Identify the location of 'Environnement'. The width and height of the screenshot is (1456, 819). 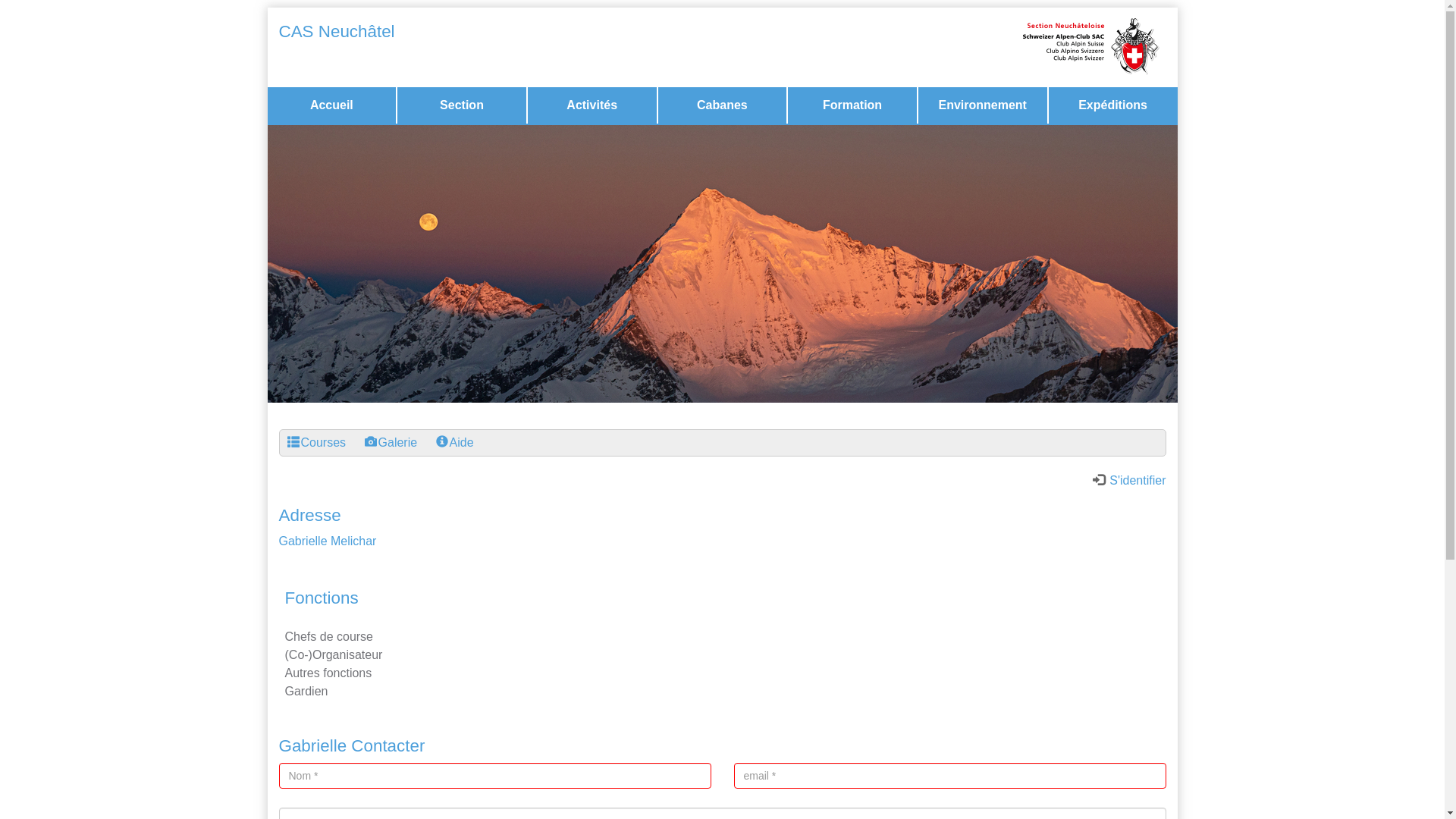
(983, 104).